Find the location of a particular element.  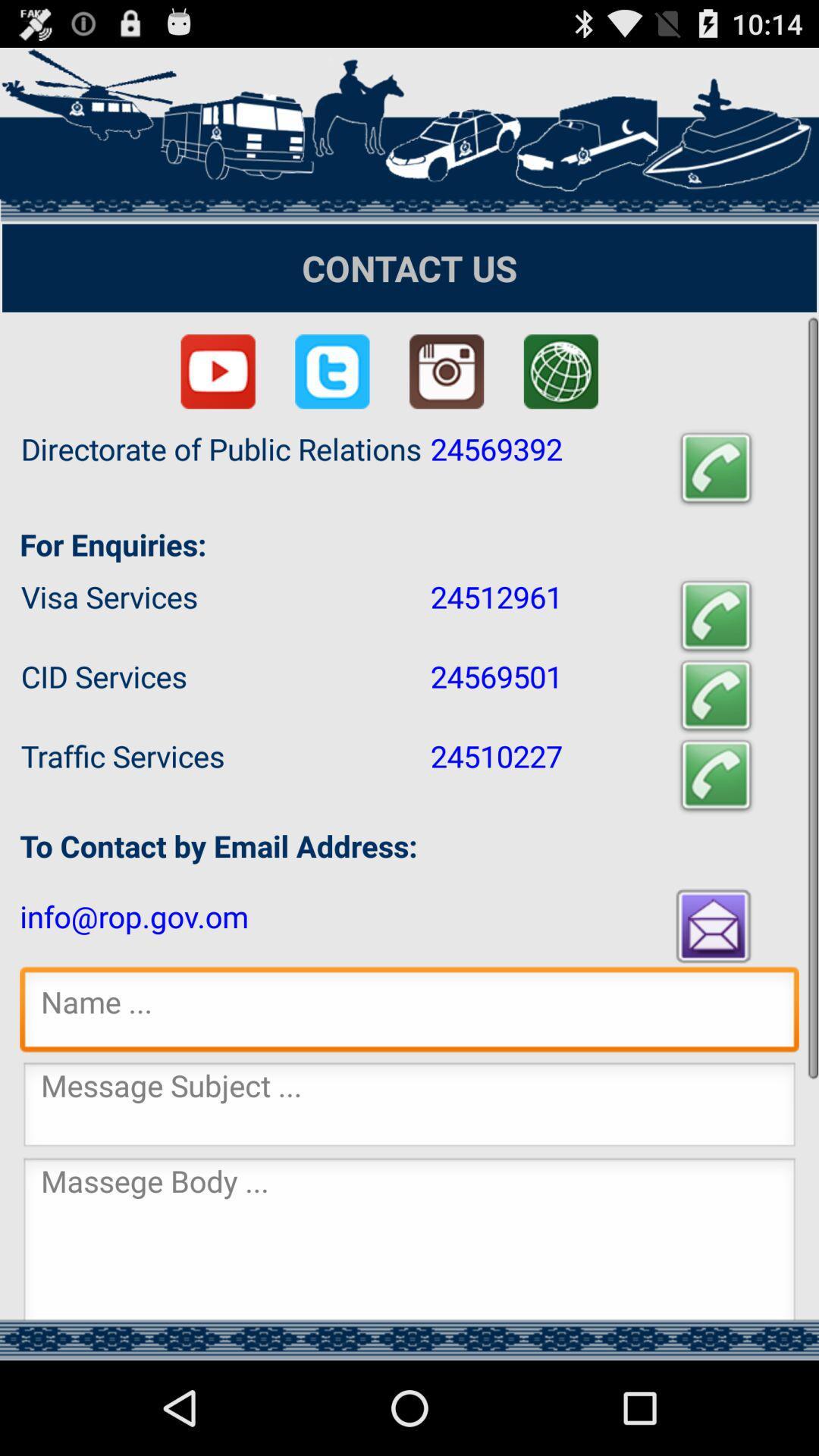

the item to the right of 24569501 icon is located at coordinates (716, 695).